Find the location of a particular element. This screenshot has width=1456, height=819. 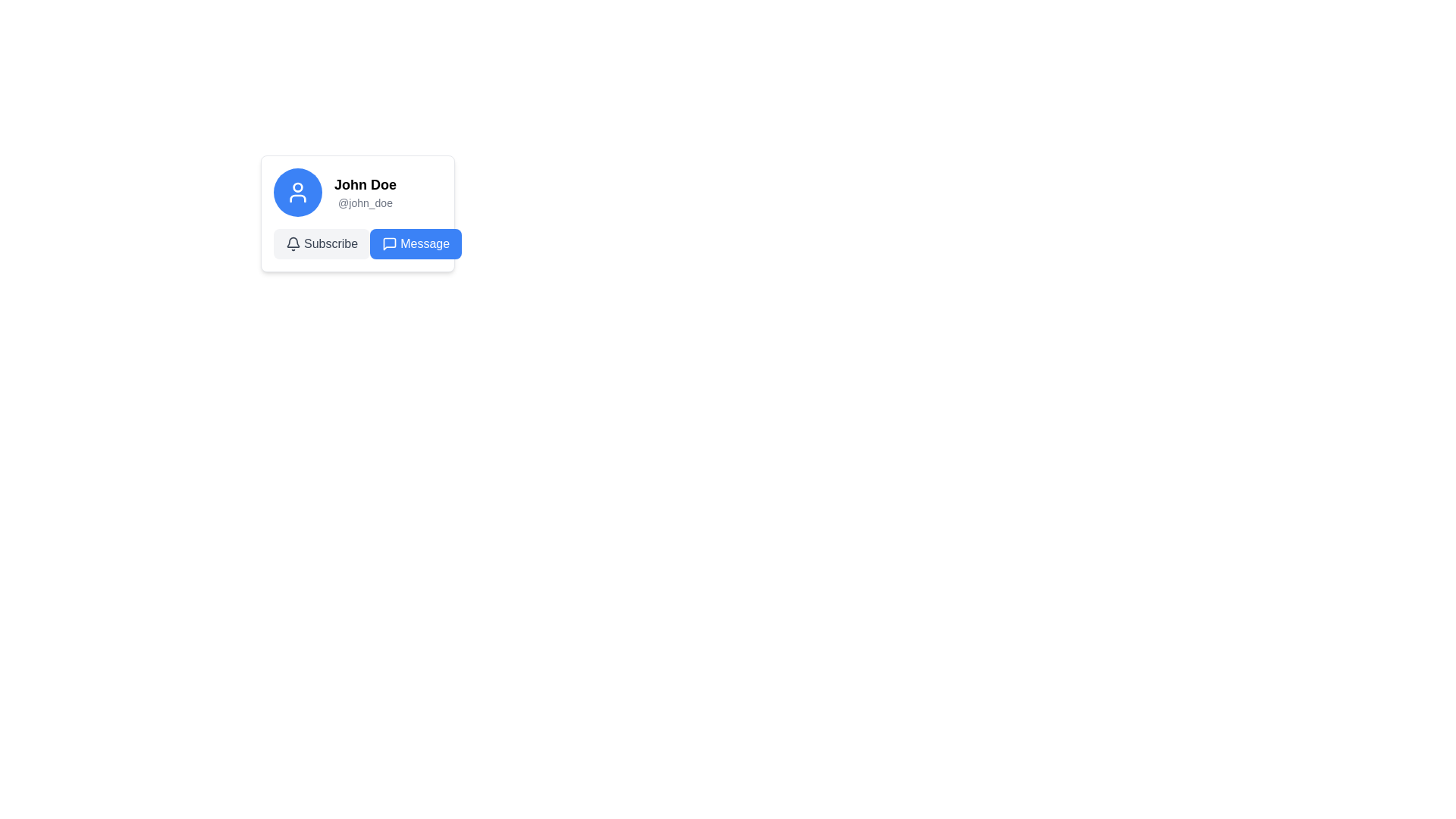

the 'Message' text label, which is styled in bold white font on a blue button-like background, to trigger a tooltip or highlight effect is located at coordinates (425, 243).